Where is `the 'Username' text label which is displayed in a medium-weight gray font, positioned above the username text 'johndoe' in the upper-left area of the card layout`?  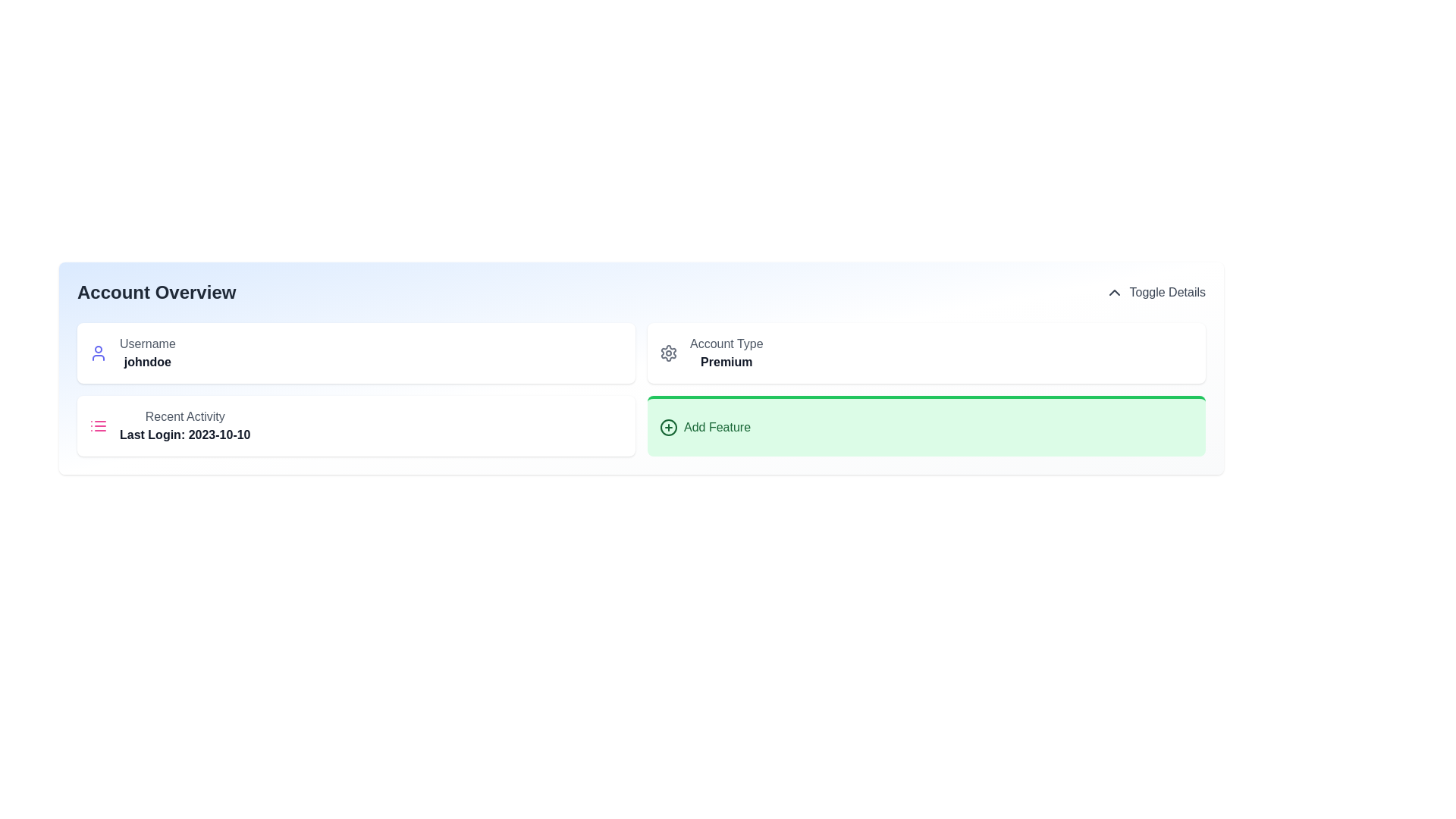
the 'Username' text label which is displayed in a medium-weight gray font, positioned above the username text 'johndoe' in the upper-left area of the card layout is located at coordinates (147, 344).